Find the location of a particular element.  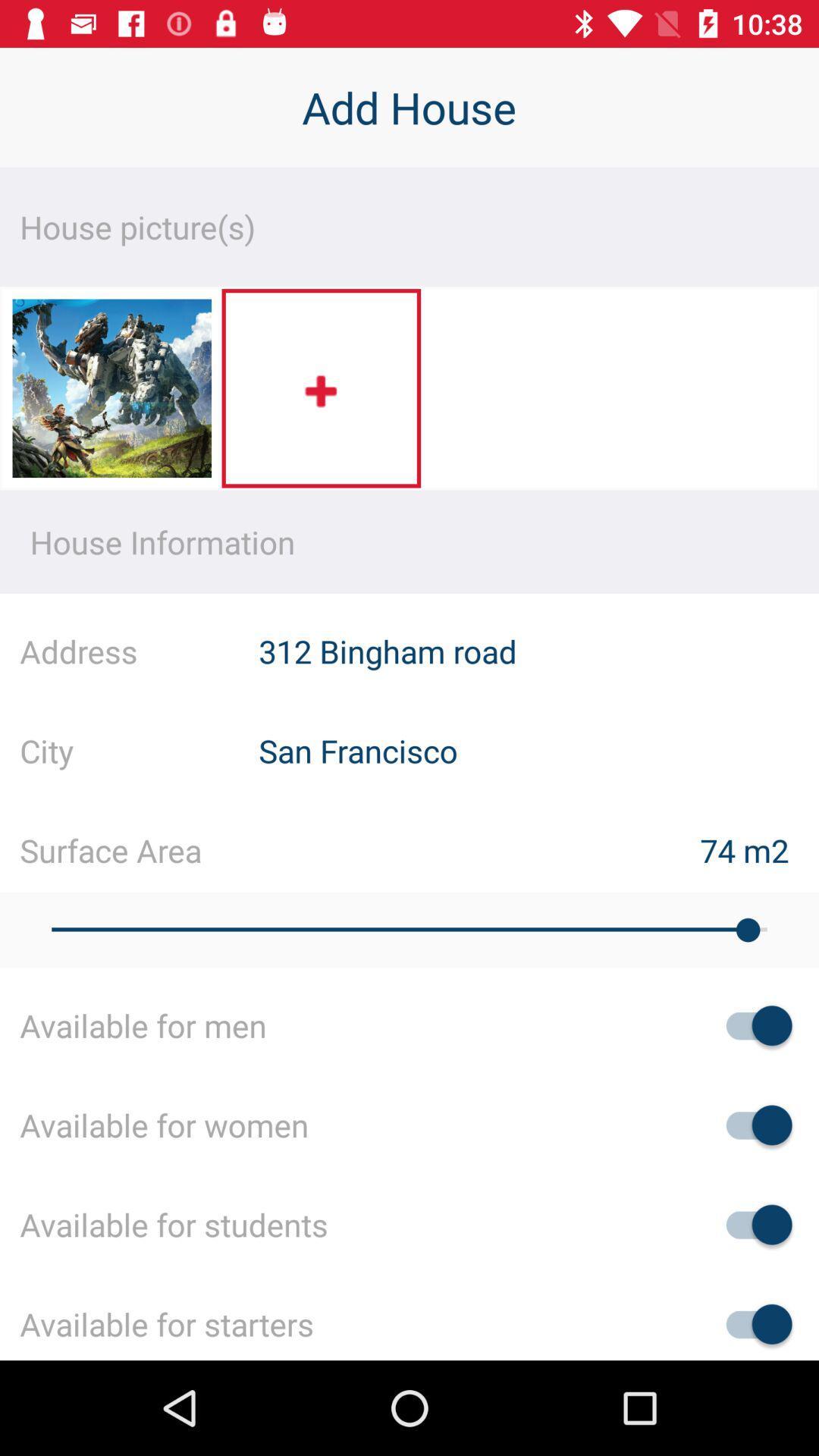

more is located at coordinates (320, 388).